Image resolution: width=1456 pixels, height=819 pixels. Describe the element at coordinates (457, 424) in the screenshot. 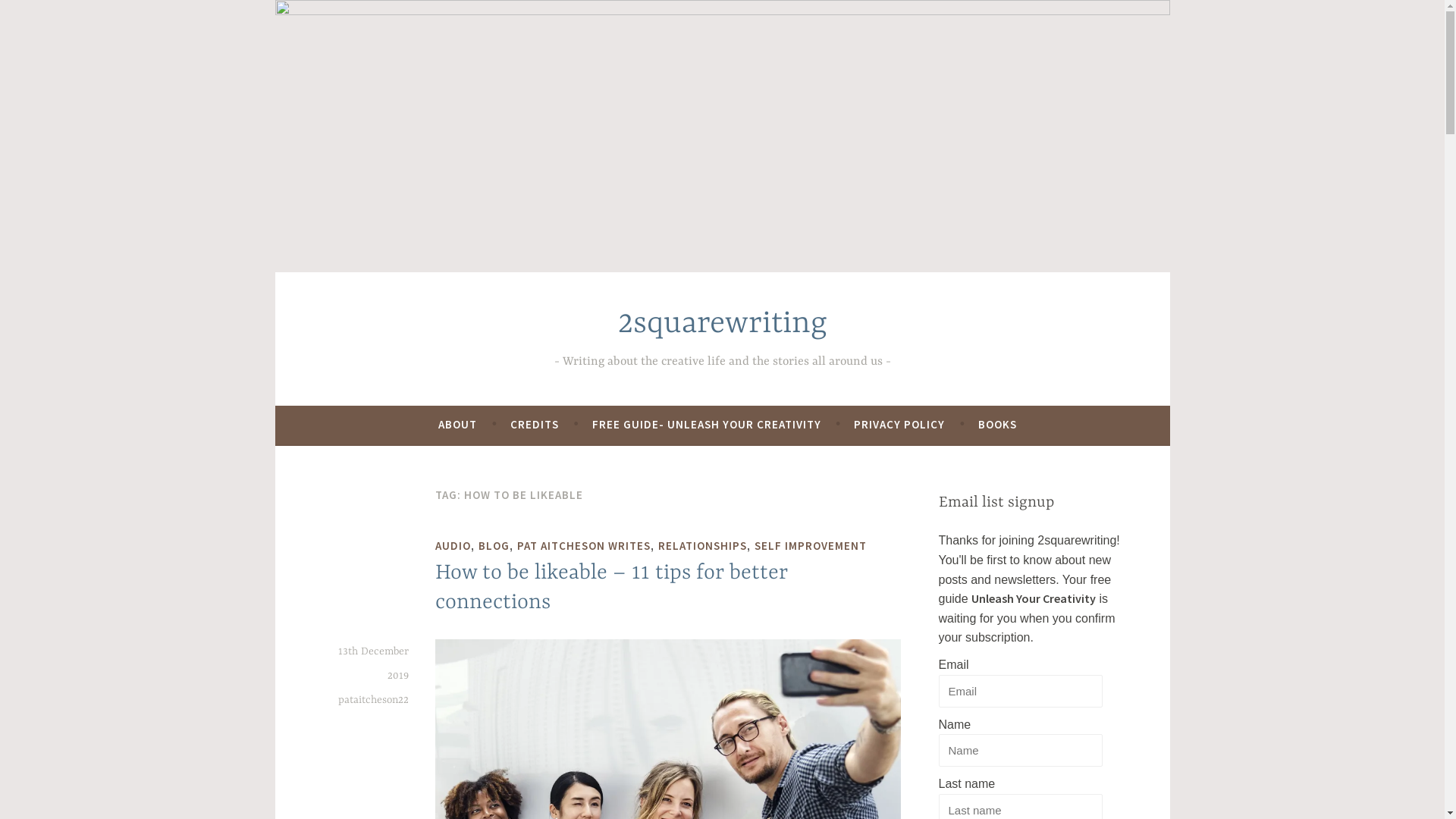

I see `'ABOUT'` at that location.